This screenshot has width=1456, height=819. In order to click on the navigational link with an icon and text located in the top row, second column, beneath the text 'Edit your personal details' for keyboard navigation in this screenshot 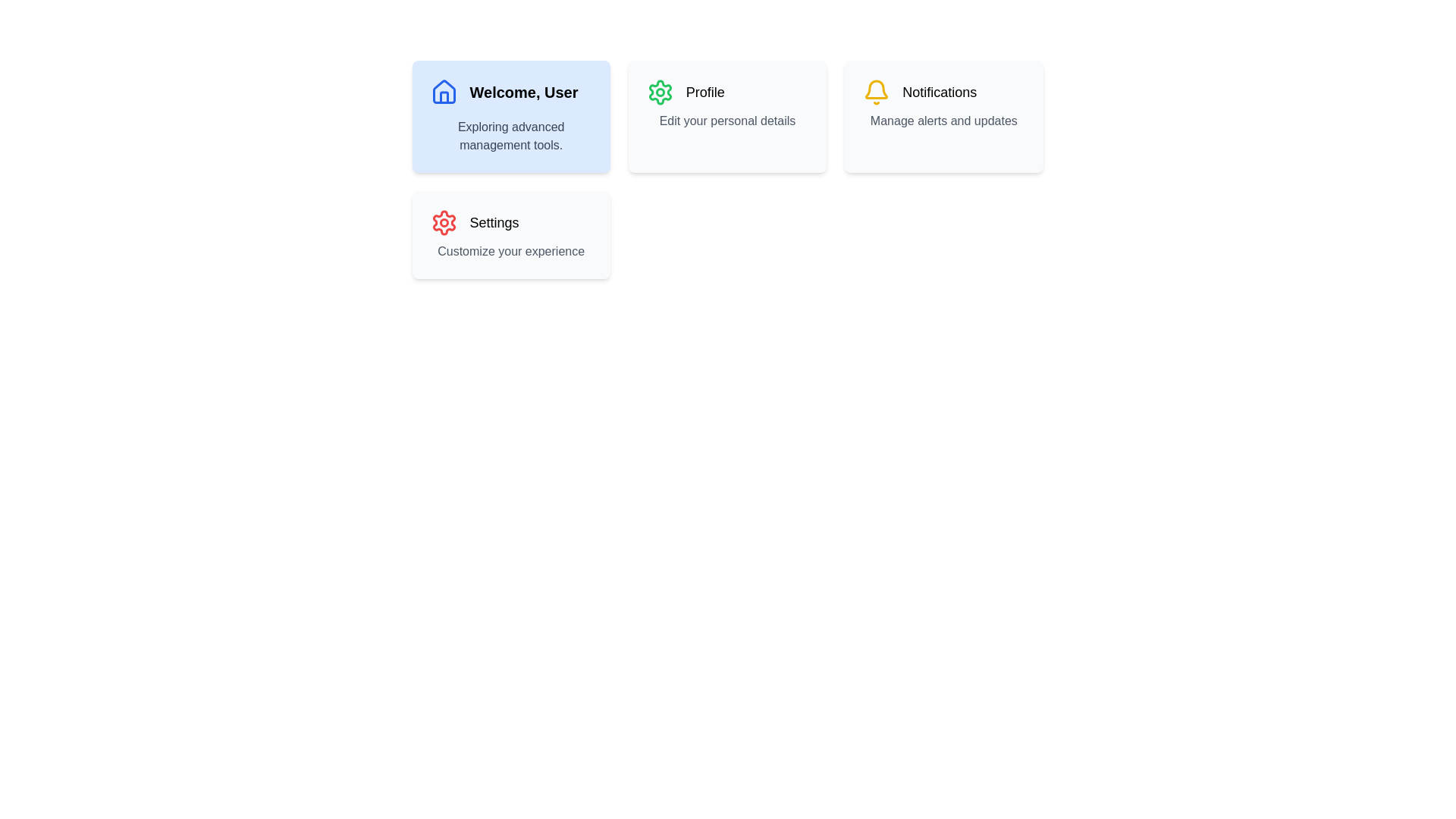, I will do `click(726, 93)`.